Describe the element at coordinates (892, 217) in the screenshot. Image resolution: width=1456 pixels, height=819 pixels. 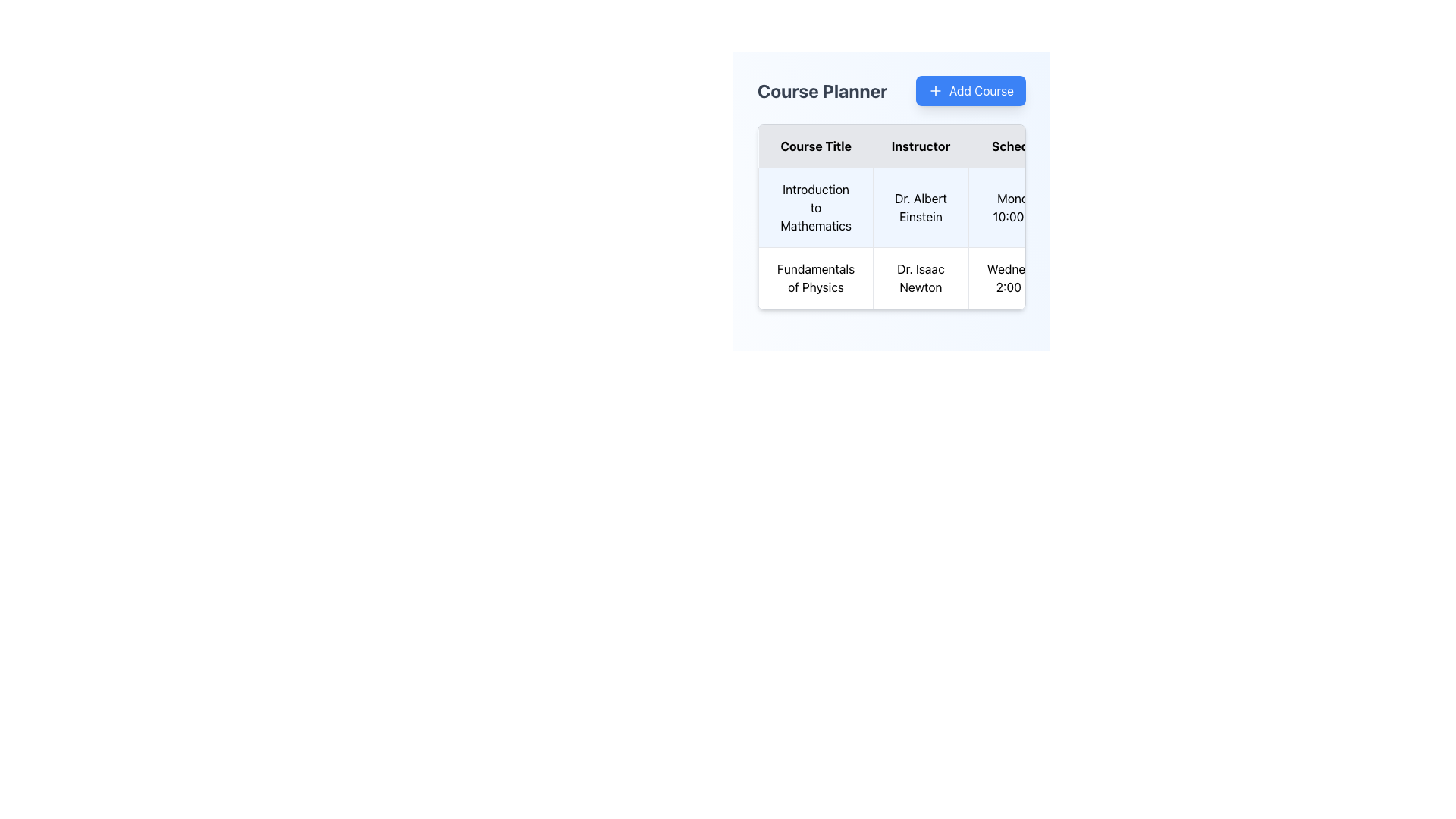
I see `a cell in the course details table located within the 'Course Planner' panel` at that location.